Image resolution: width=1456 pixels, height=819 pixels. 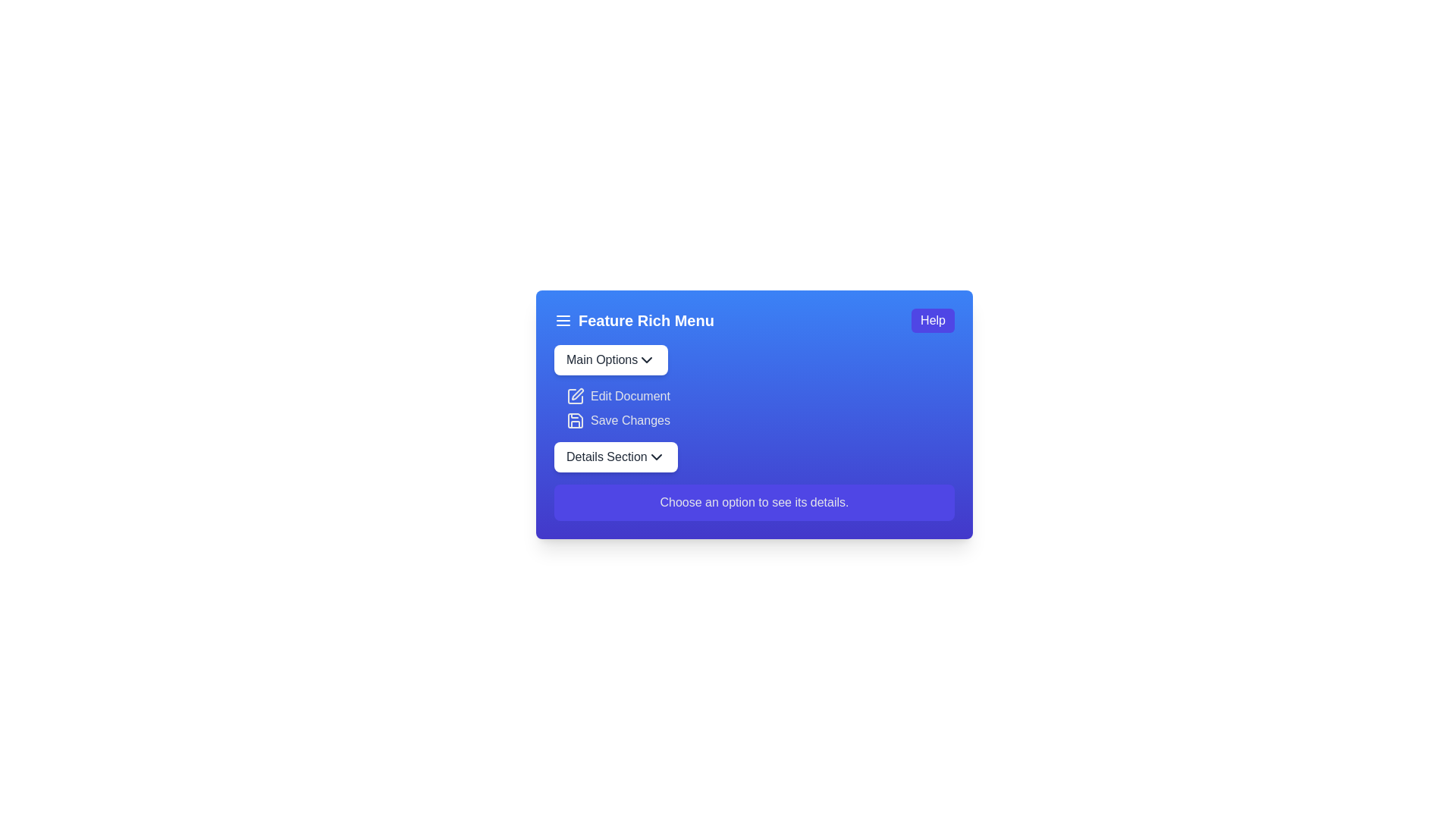 I want to click on the downward-pointing chevron icon located to the right of the 'Main Options' button, so click(x=647, y=359).